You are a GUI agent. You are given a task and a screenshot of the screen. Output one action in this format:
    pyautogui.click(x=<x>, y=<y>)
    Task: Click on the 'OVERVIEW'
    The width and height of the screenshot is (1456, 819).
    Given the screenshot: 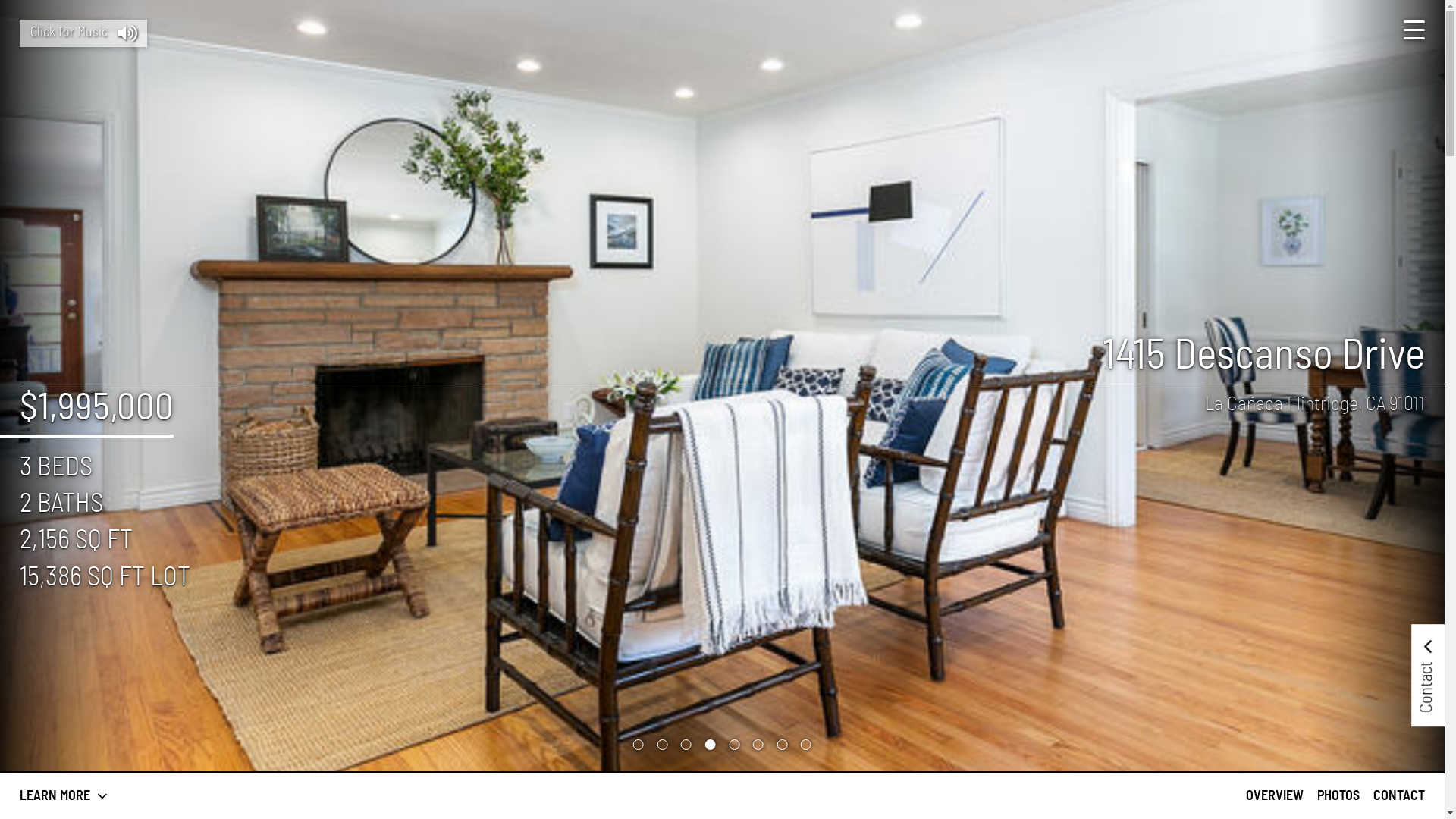 What is the action you would take?
    pyautogui.click(x=1274, y=795)
    